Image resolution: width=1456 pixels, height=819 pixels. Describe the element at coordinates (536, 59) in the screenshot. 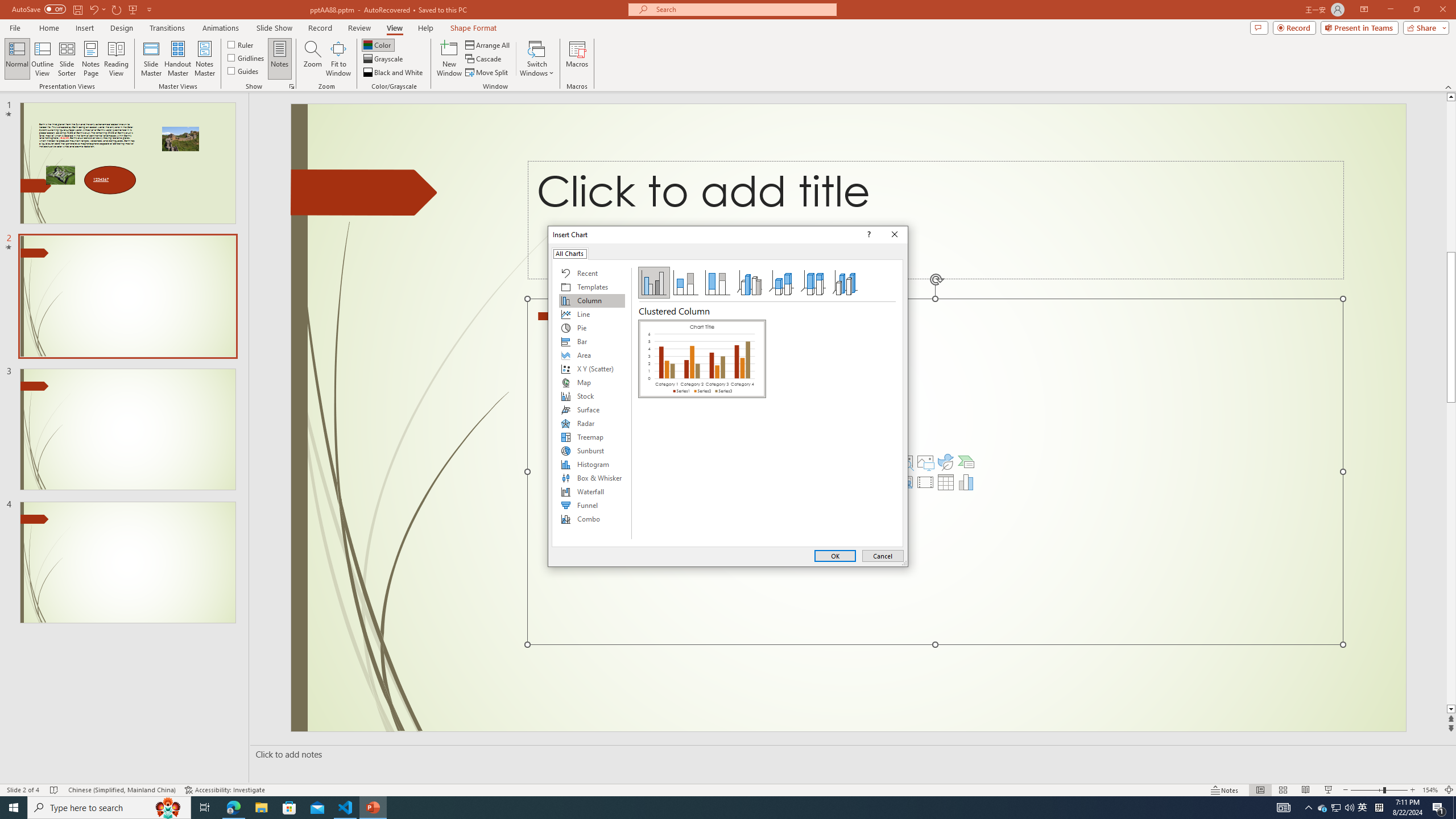

I see `'Switch Windows'` at that location.